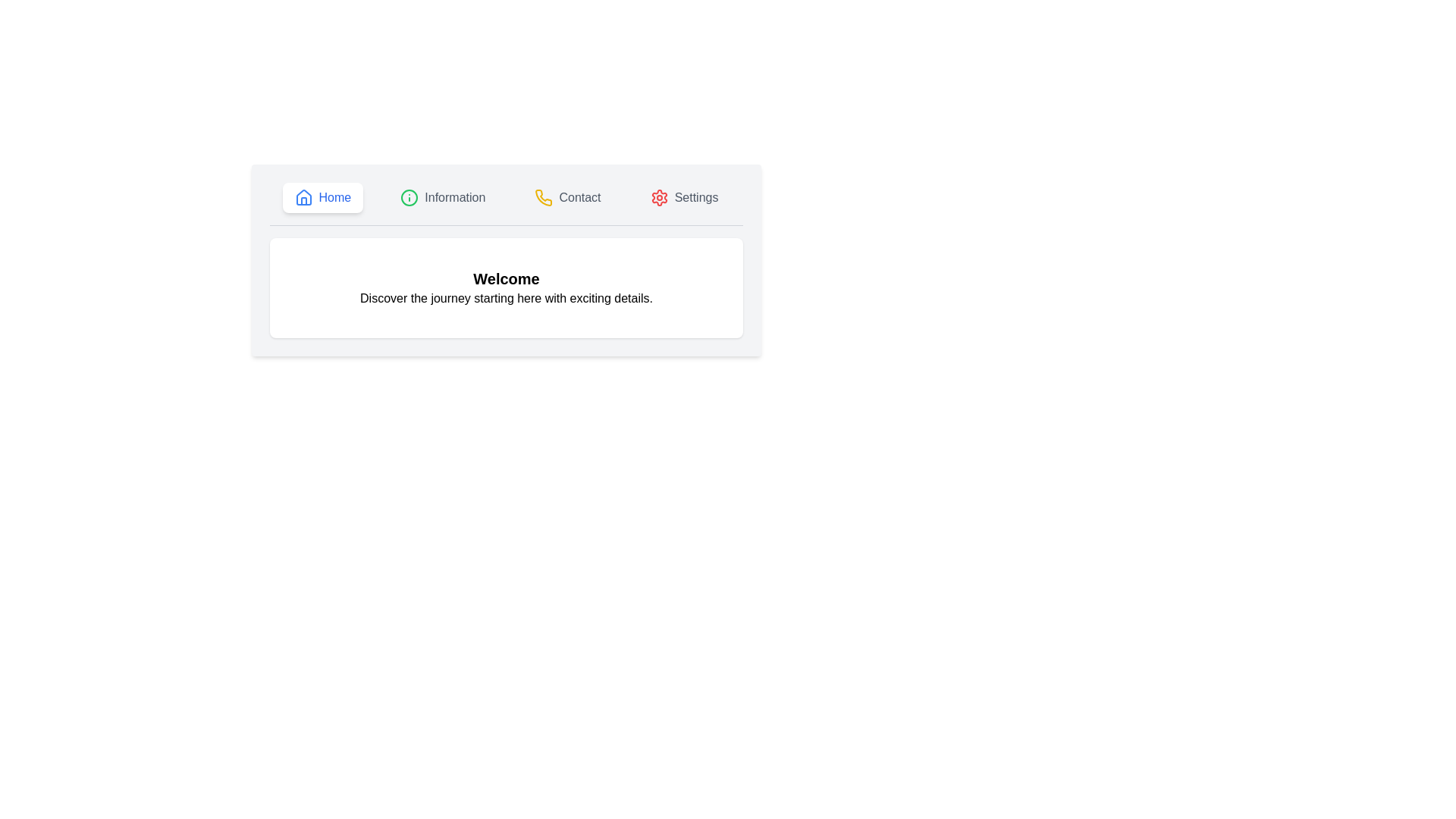 The image size is (1456, 819). Describe the element at coordinates (454, 197) in the screenshot. I see `the 'Information' text label in the navigation bar` at that location.